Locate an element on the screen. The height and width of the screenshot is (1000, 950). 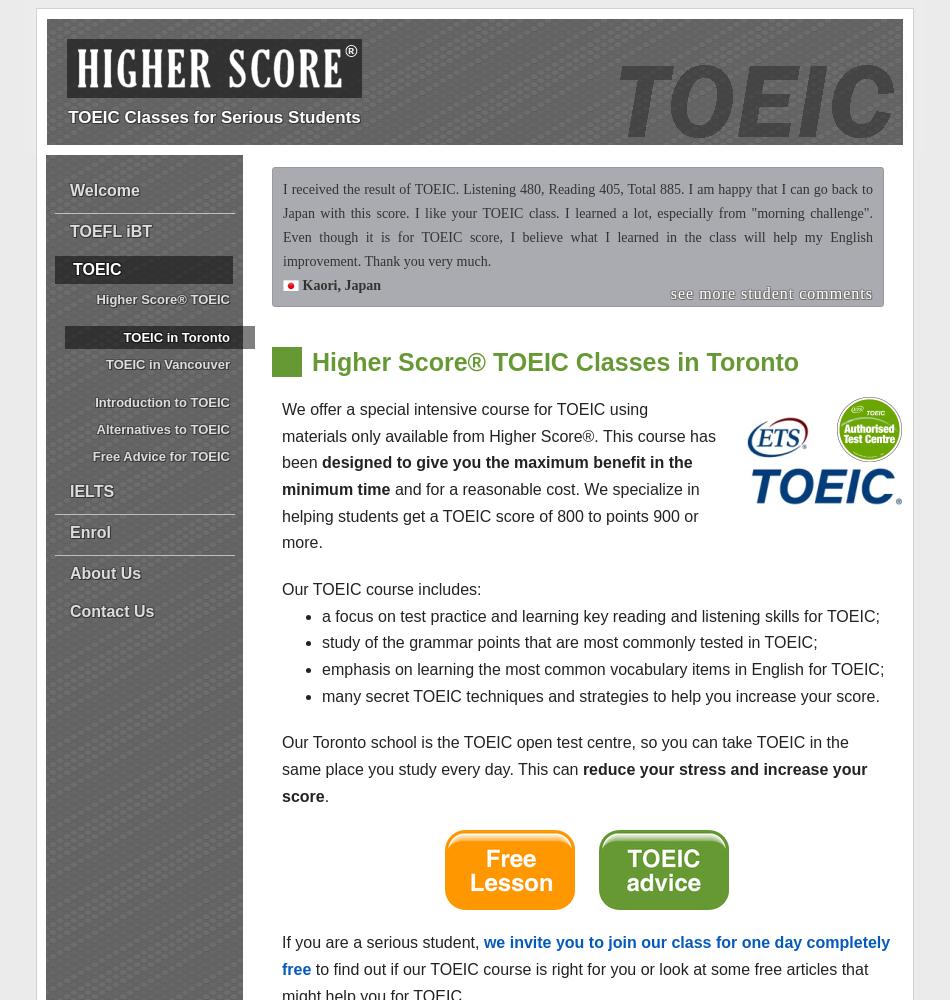
'Enrol' is located at coordinates (89, 532).